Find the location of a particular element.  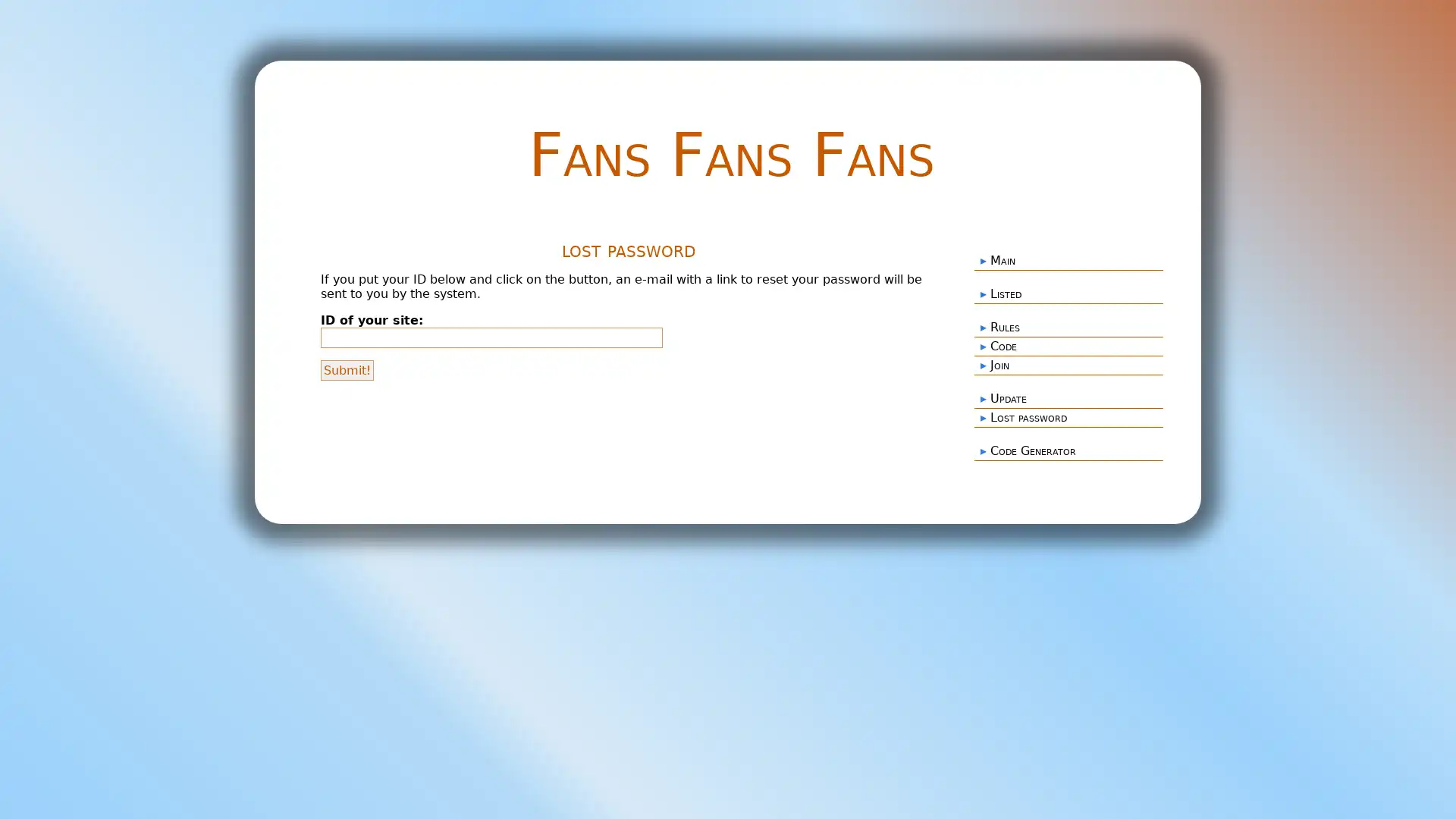

Submit! is located at coordinates (346, 369).